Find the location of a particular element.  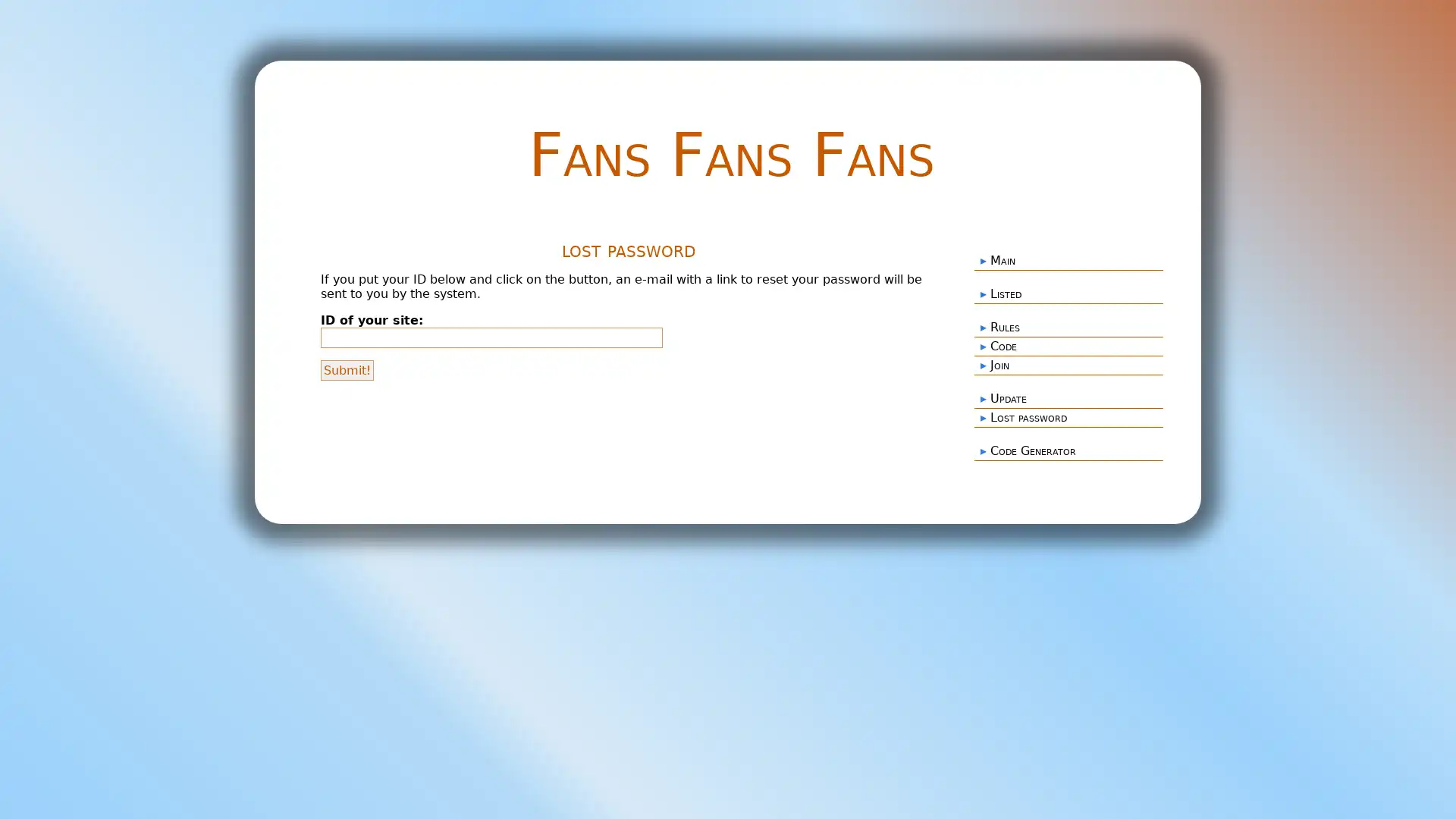

Submit! is located at coordinates (346, 369).